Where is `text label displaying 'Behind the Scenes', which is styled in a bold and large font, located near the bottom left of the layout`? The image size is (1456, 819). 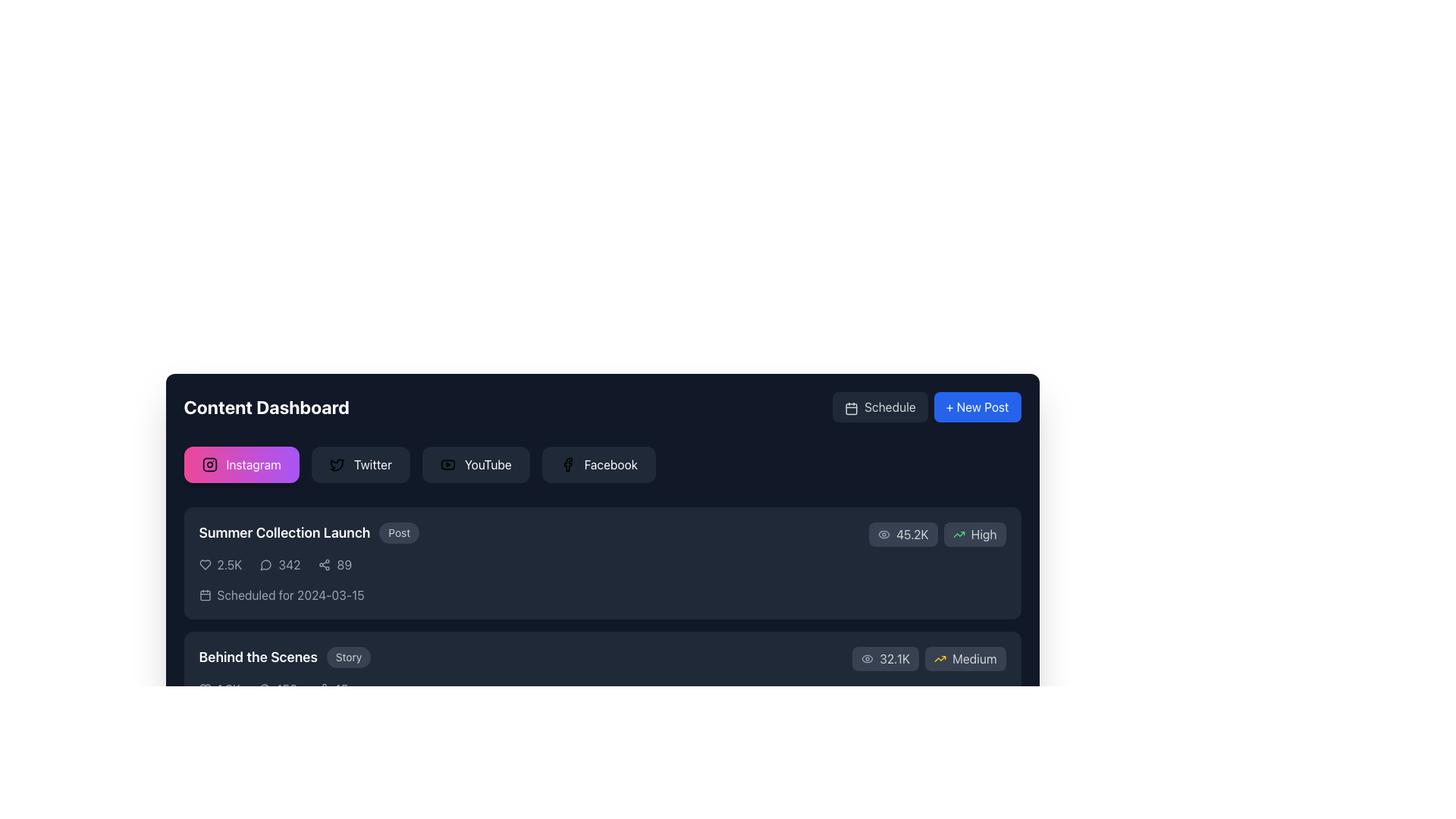
text label displaying 'Behind the Scenes', which is styled in a bold and large font, located near the bottom left of the layout is located at coordinates (258, 657).